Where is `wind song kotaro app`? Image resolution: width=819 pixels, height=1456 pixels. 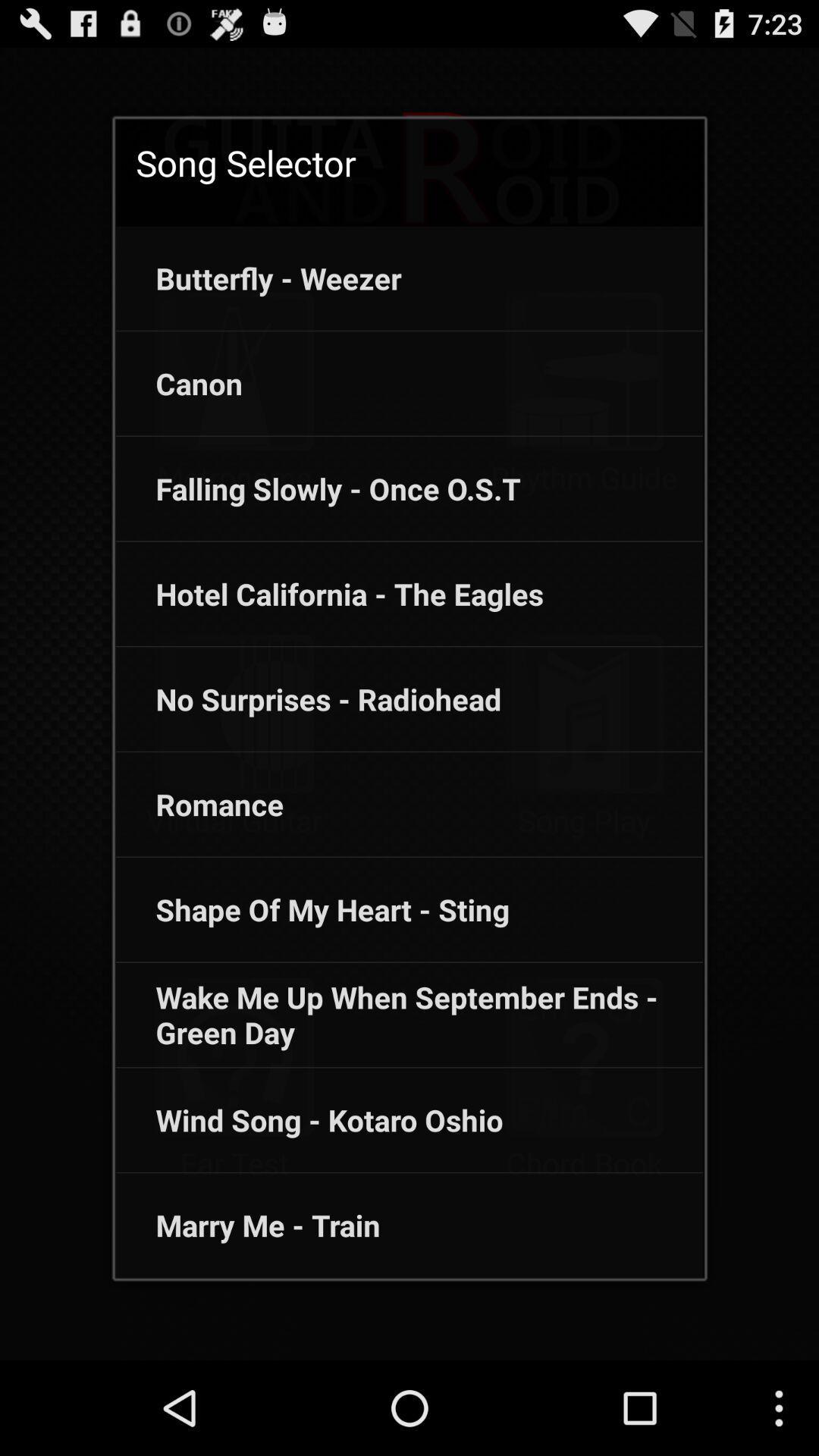 wind song kotaro app is located at coordinates (309, 1120).